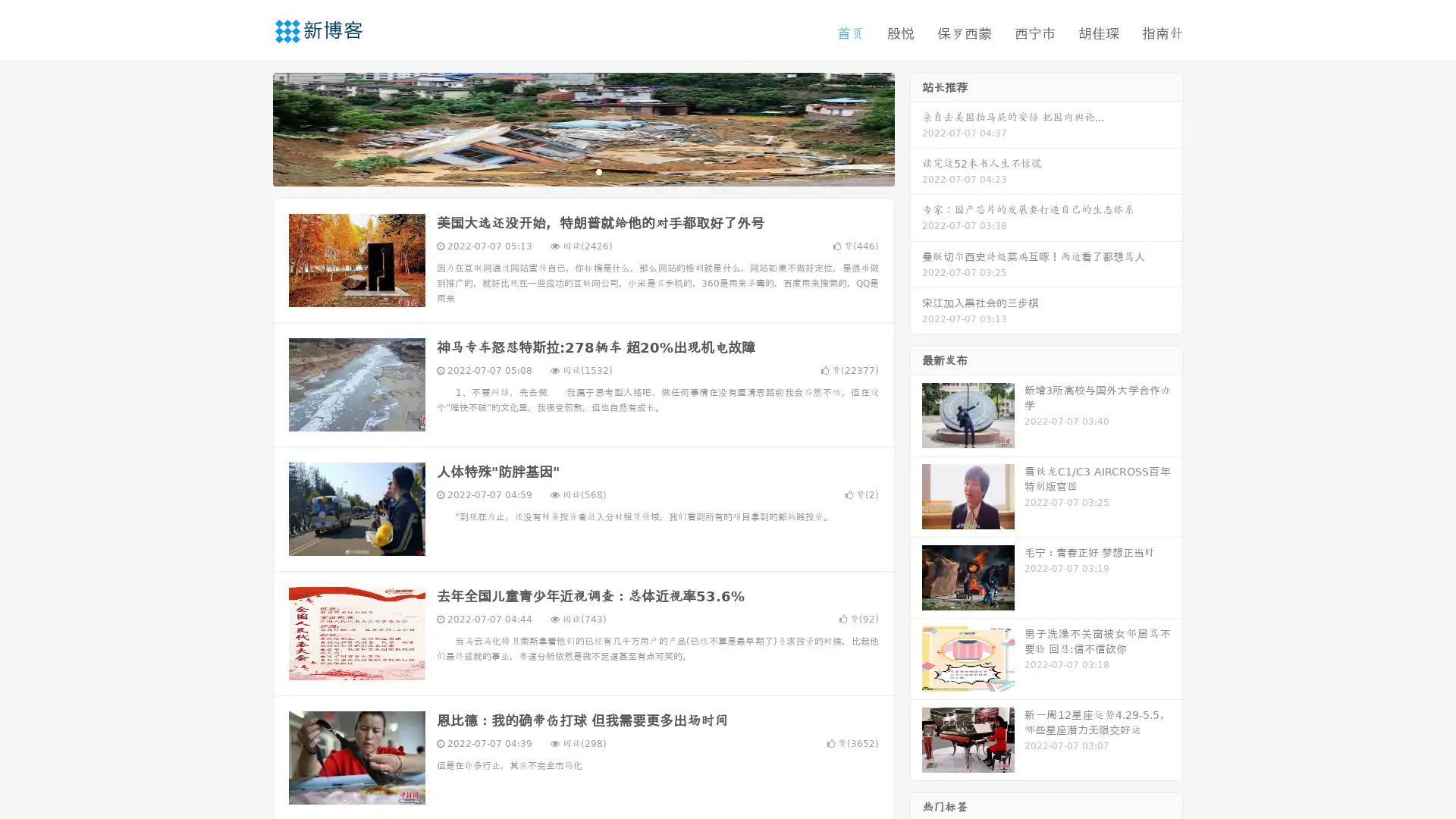 This screenshot has height=819, width=1456. Describe the element at coordinates (916, 127) in the screenshot. I see `Next slide` at that location.